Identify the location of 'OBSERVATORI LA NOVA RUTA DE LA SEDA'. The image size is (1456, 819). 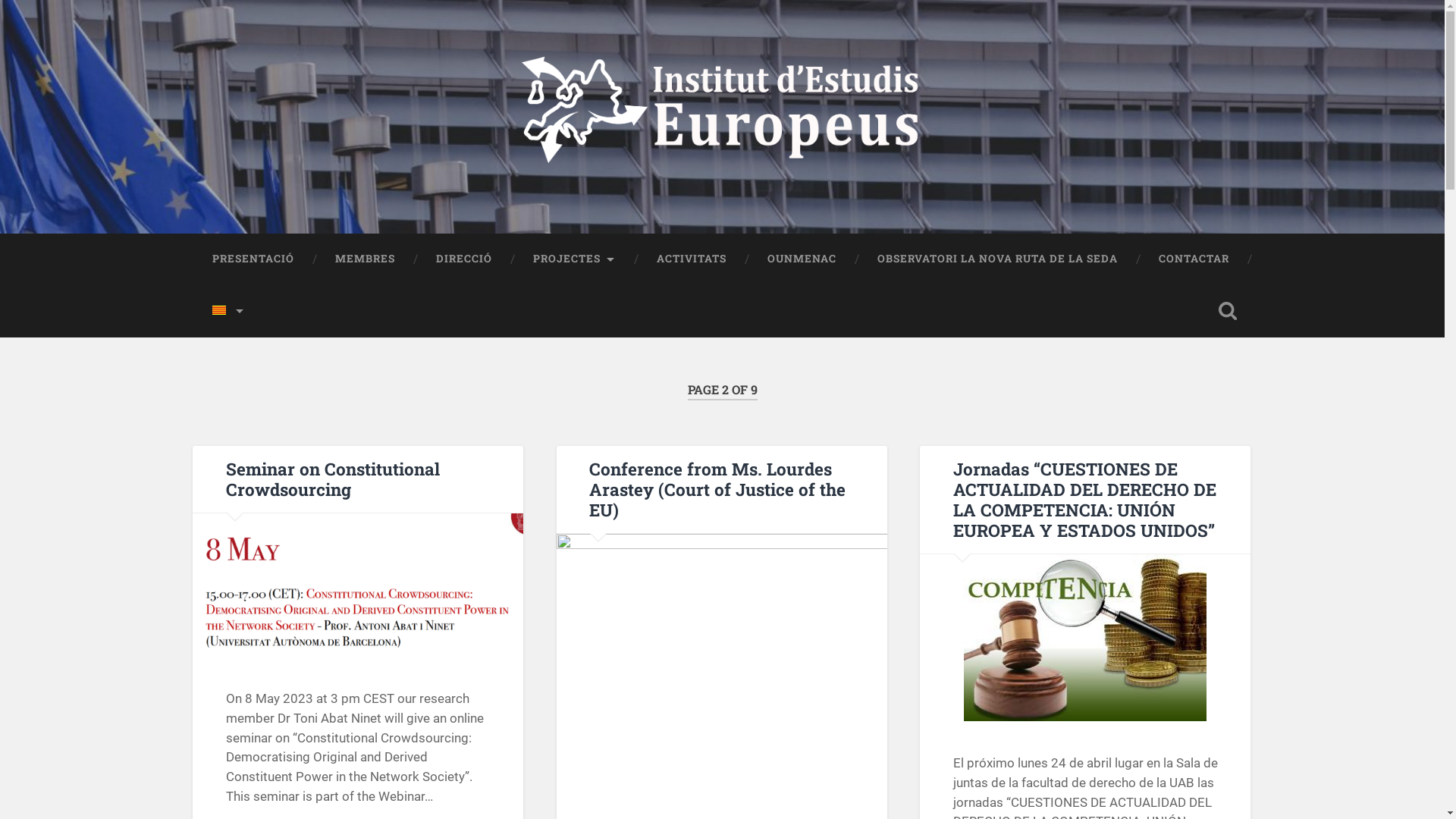
(997, 259).